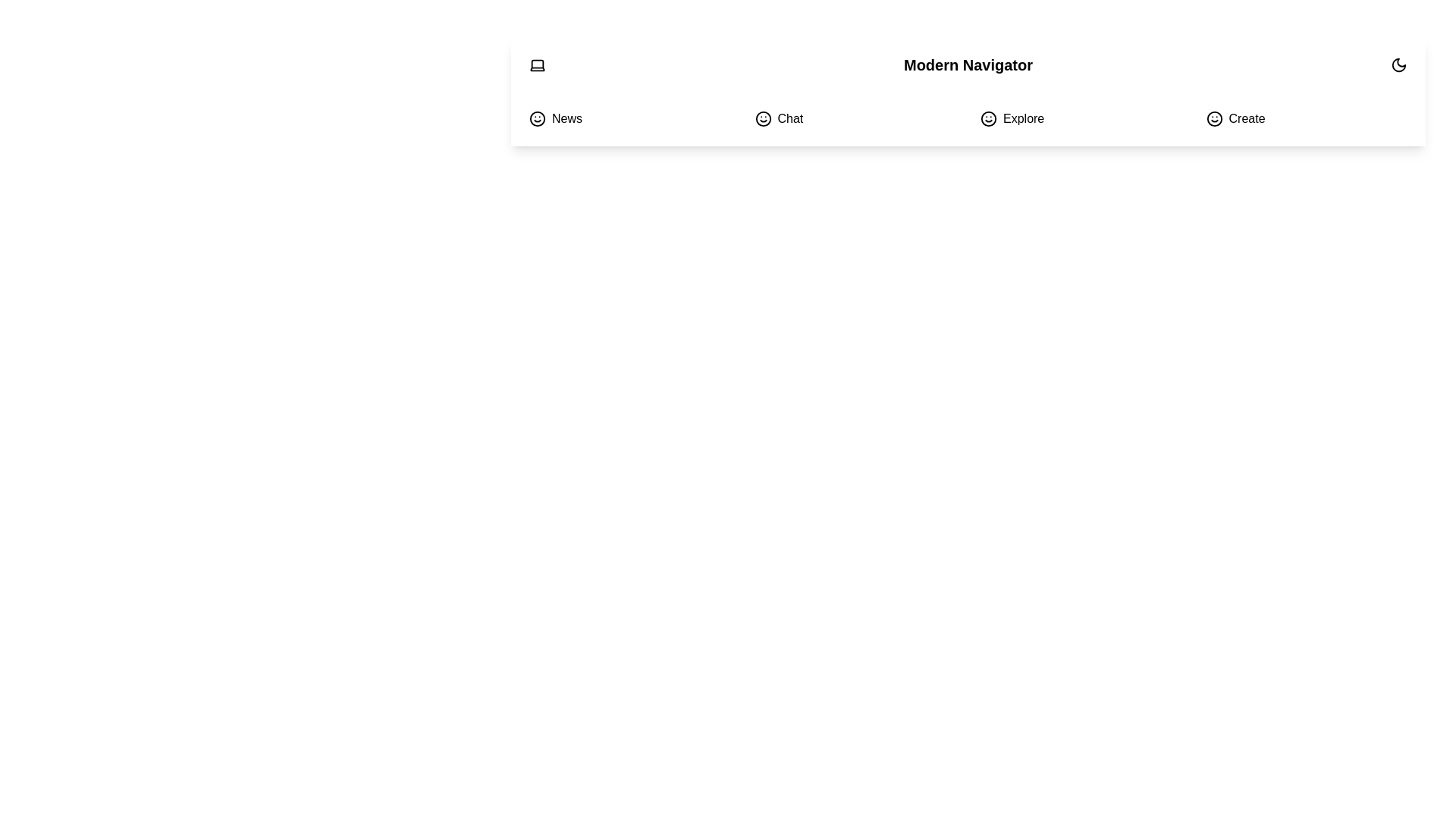 The height and width of the screenshot is (819, 1456). I want to click on the theme toggle button to switch between dark and light modes, so click(1398, 64).